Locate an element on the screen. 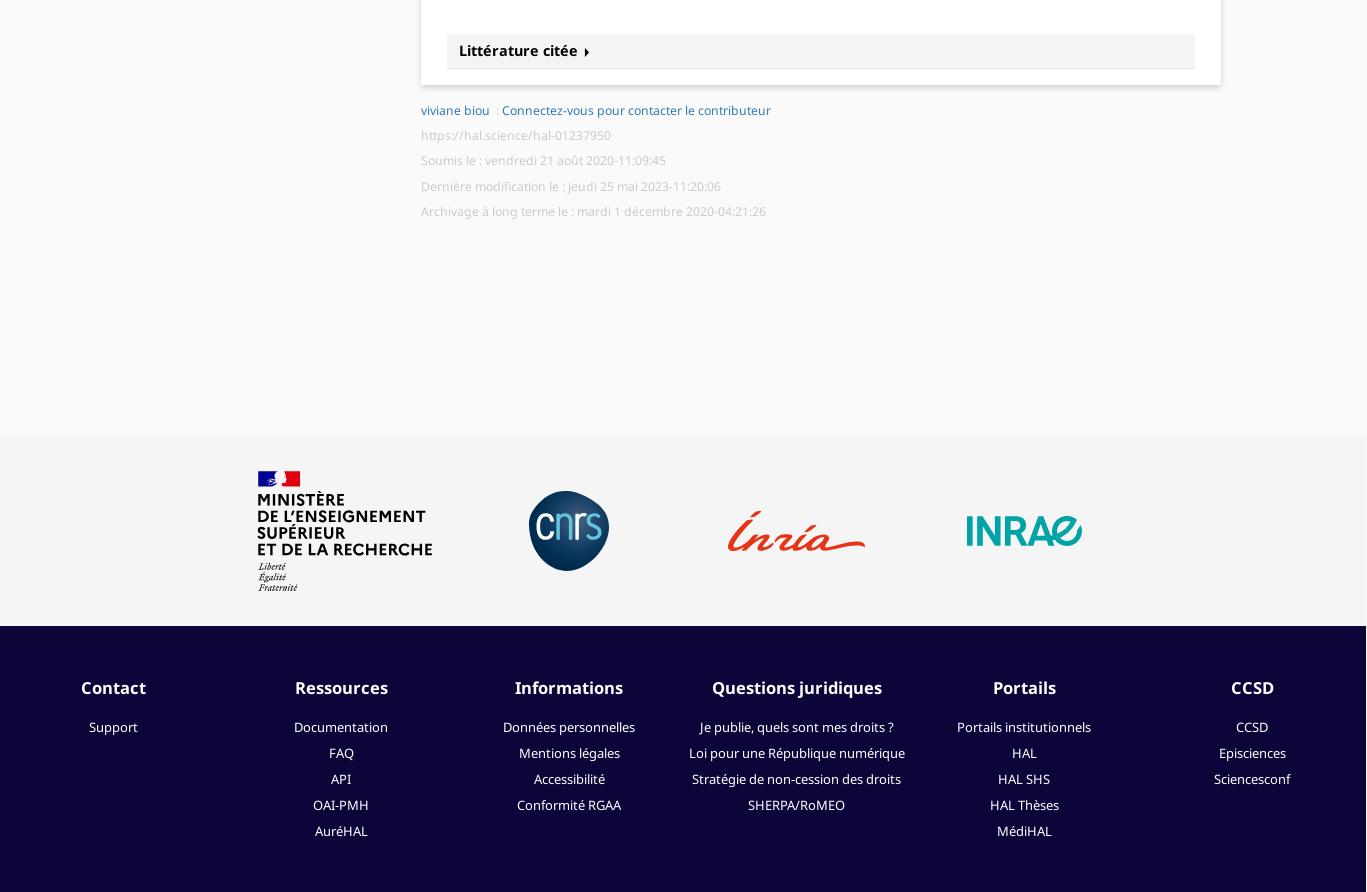  'HAL' is located at coordinates (1022, 751).